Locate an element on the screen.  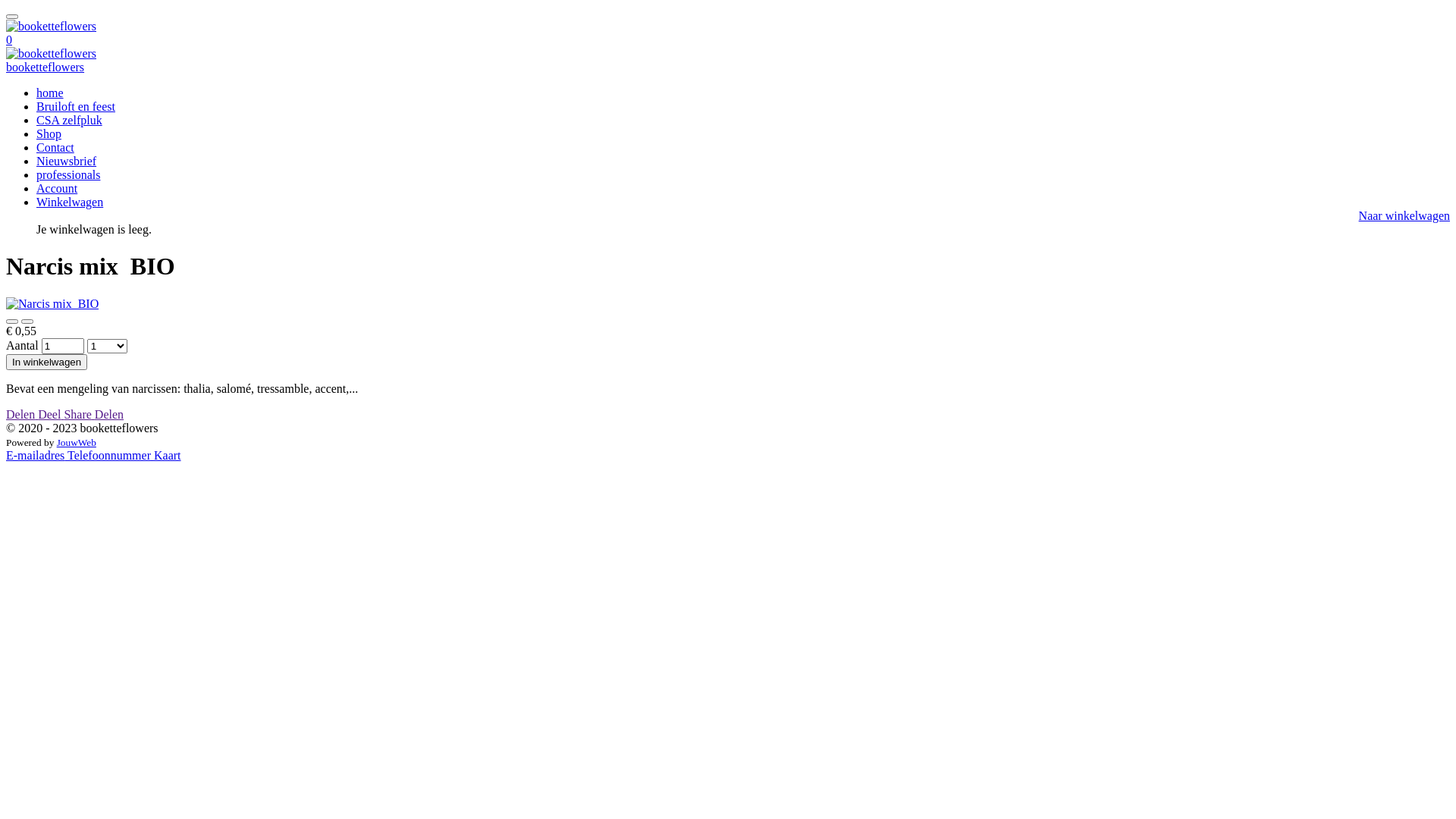
'Shop' is located at coordinates (49, 133).